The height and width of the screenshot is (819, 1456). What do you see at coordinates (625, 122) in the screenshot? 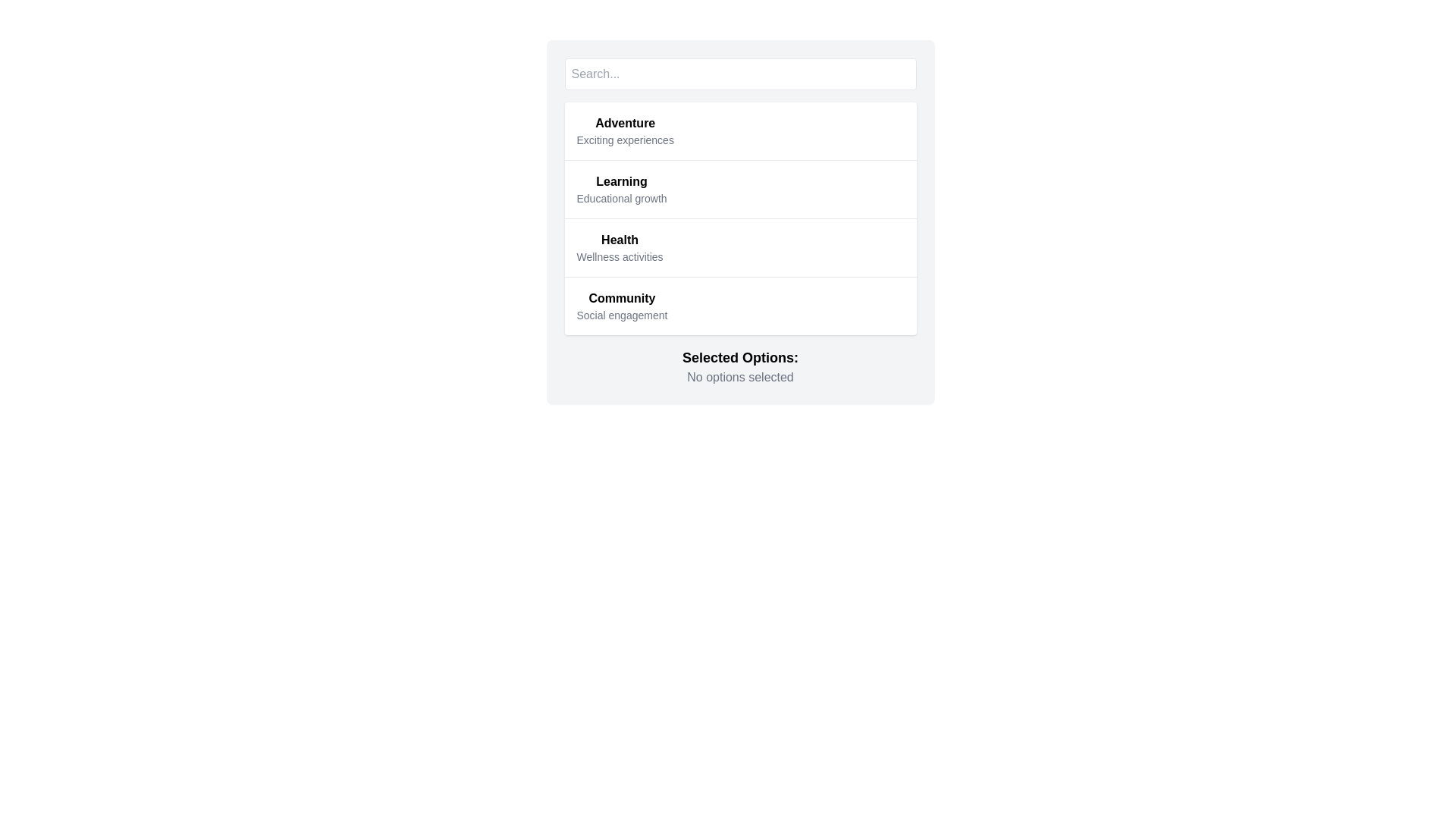
I see `the bold text label element that reads 'Adventure', located at the top of a card above the subtitle 'Exciting experiences'` at bounding box center [625, 122].